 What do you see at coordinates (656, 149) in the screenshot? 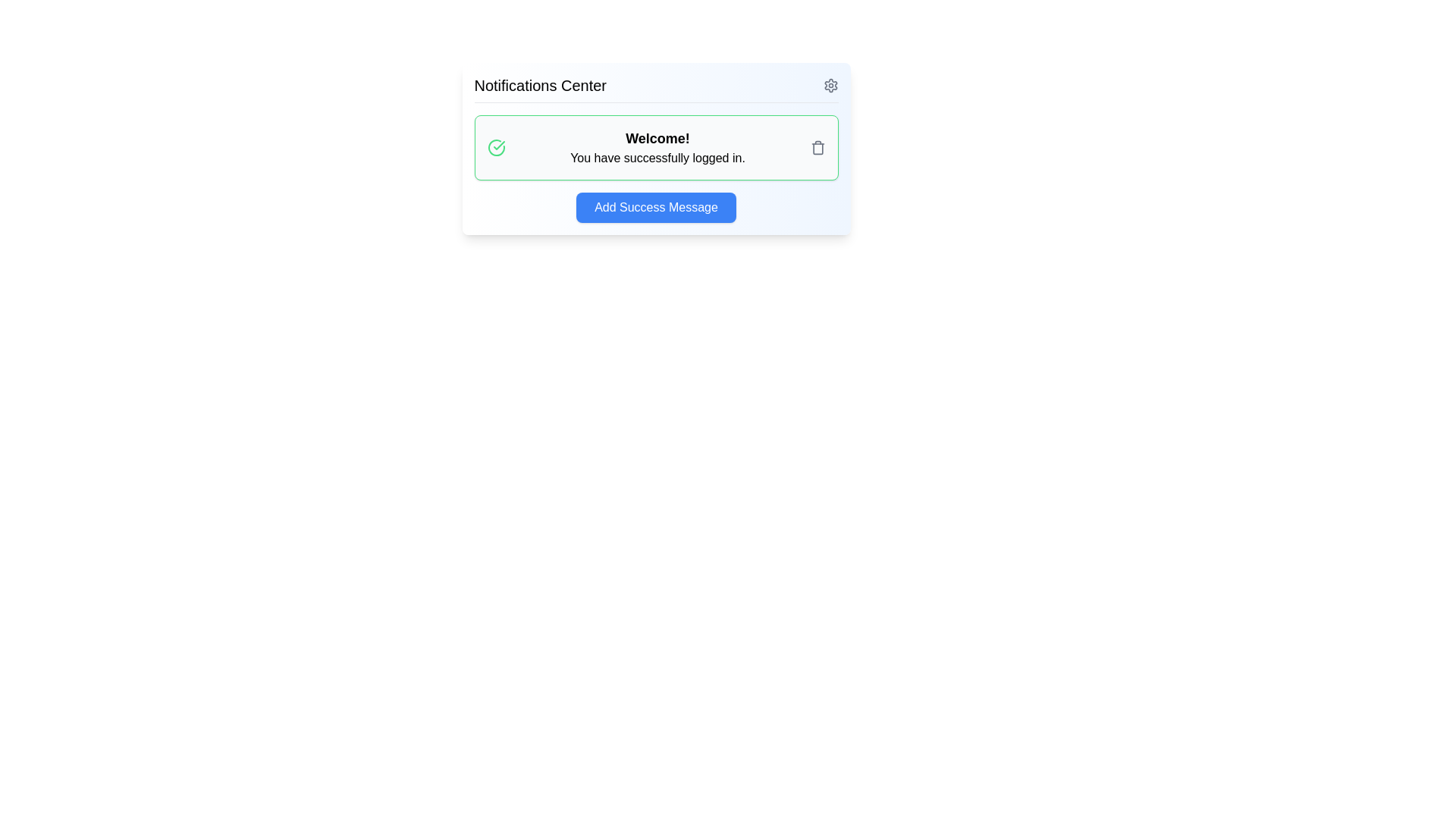
I see `notification message displayed in the Notification Card, which is centrally located below the 'Notifications Center' header and above the 'Add Success Message' button` at bounding box center [656, 149].